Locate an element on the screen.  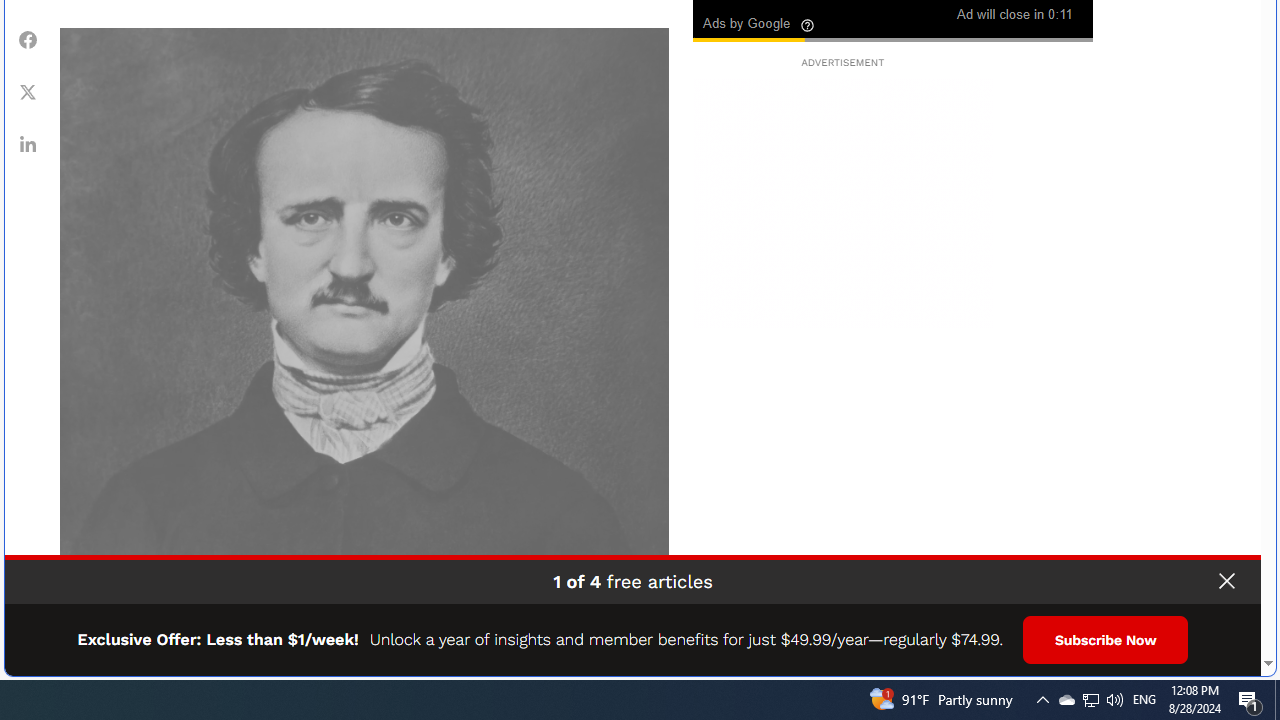
'Class: fs-icon fs-icon--linkedin' is located at coordinates (28, 142).